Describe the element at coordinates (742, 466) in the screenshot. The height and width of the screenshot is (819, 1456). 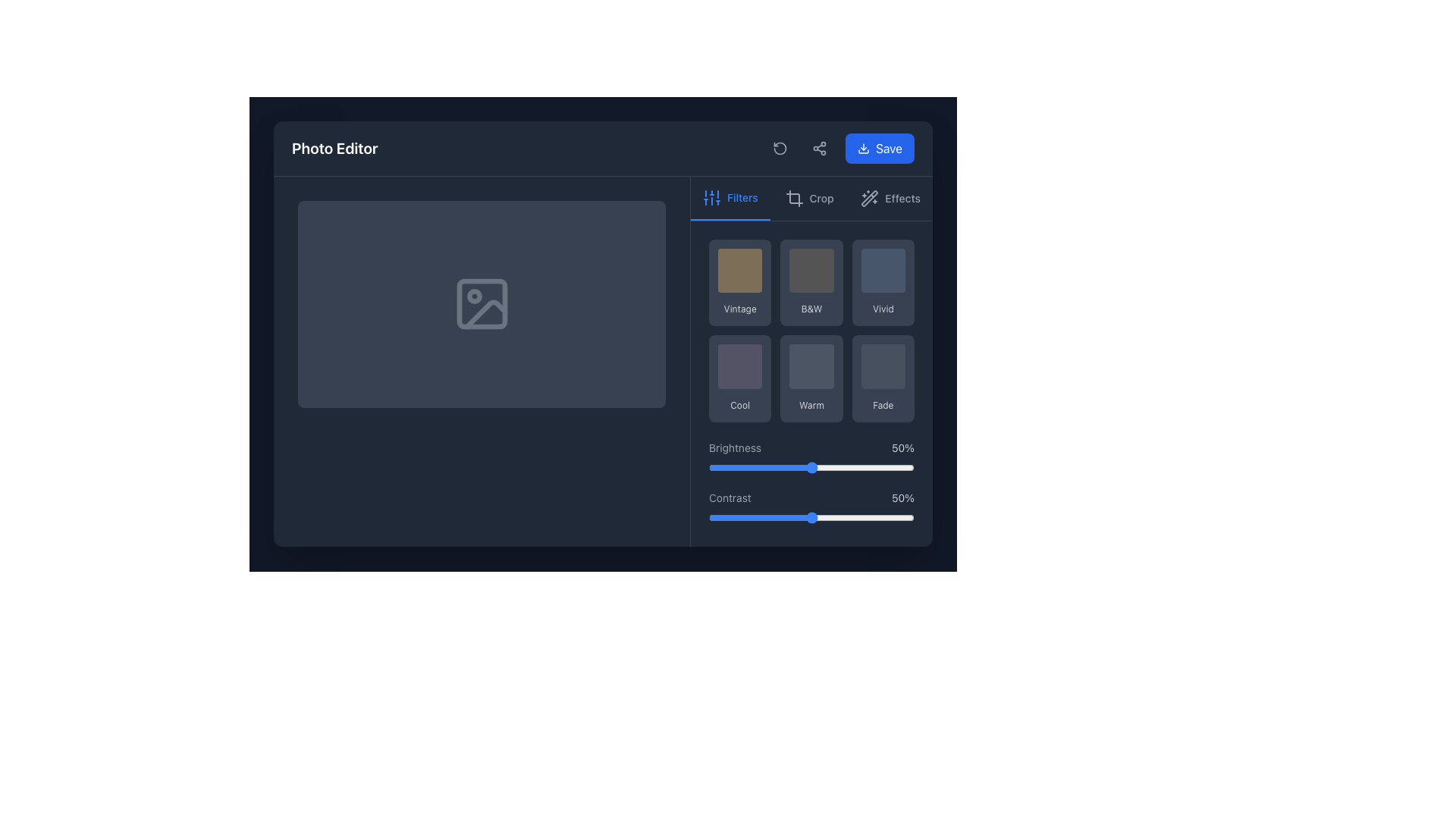
I see `the slider` at that location.